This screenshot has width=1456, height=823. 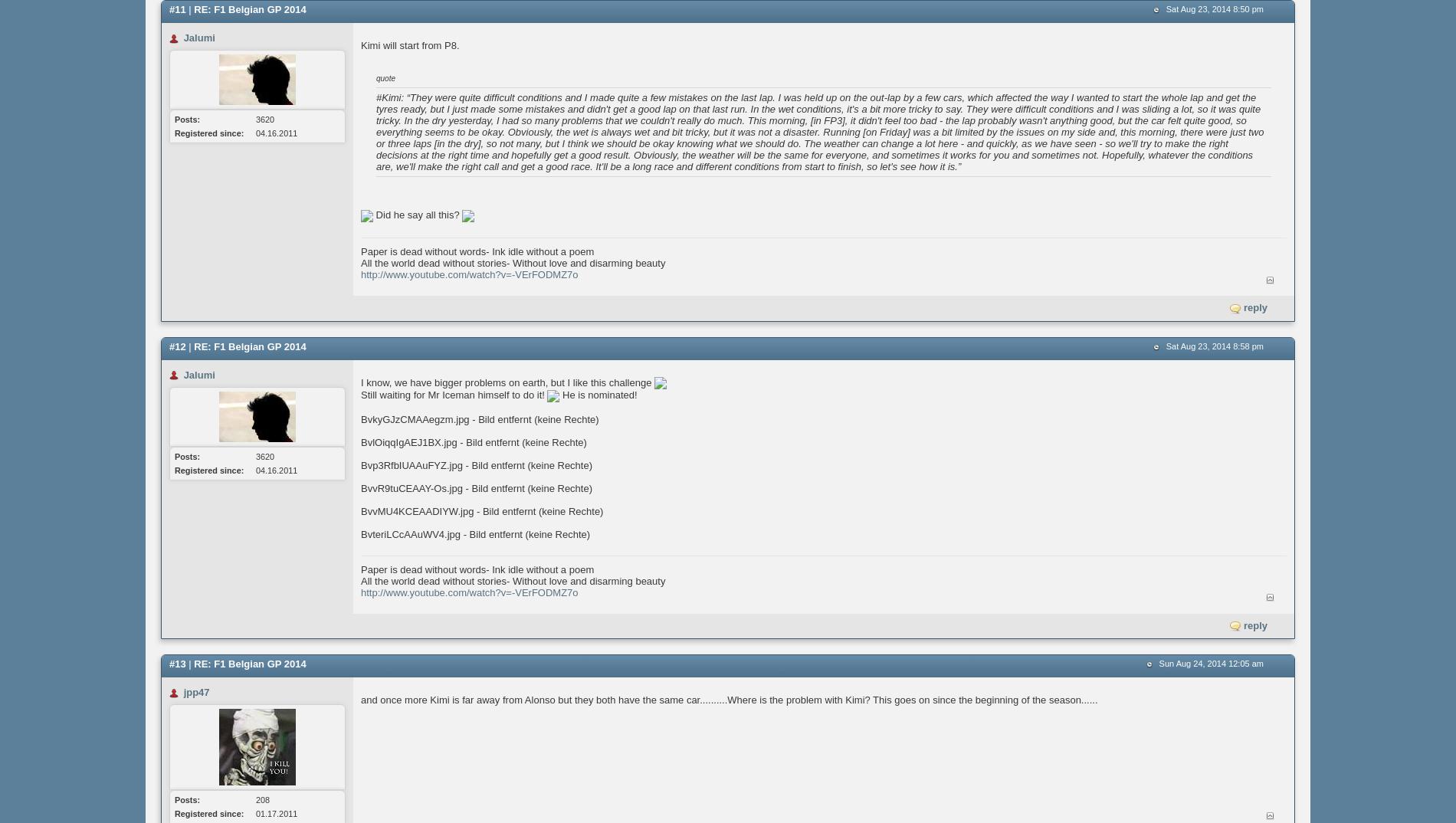 I want to click on 'He is nominated!', so click(x=558, y=395).